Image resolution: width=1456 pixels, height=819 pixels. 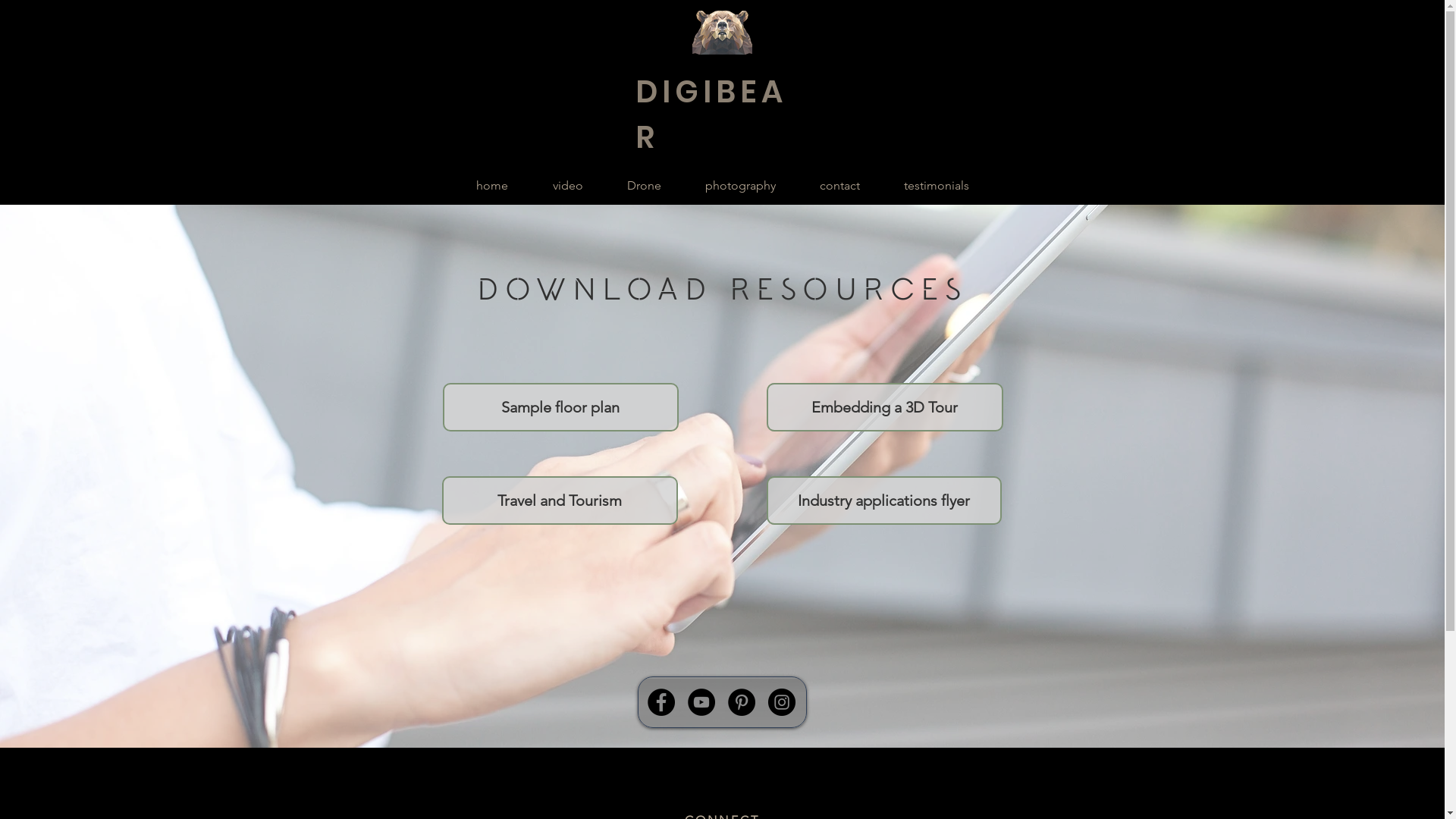 What do you see at coordinates (720, 32) in the screenshot?
I see `'Asset 5_2x_edited.png'` at bounding box center [720, 32].